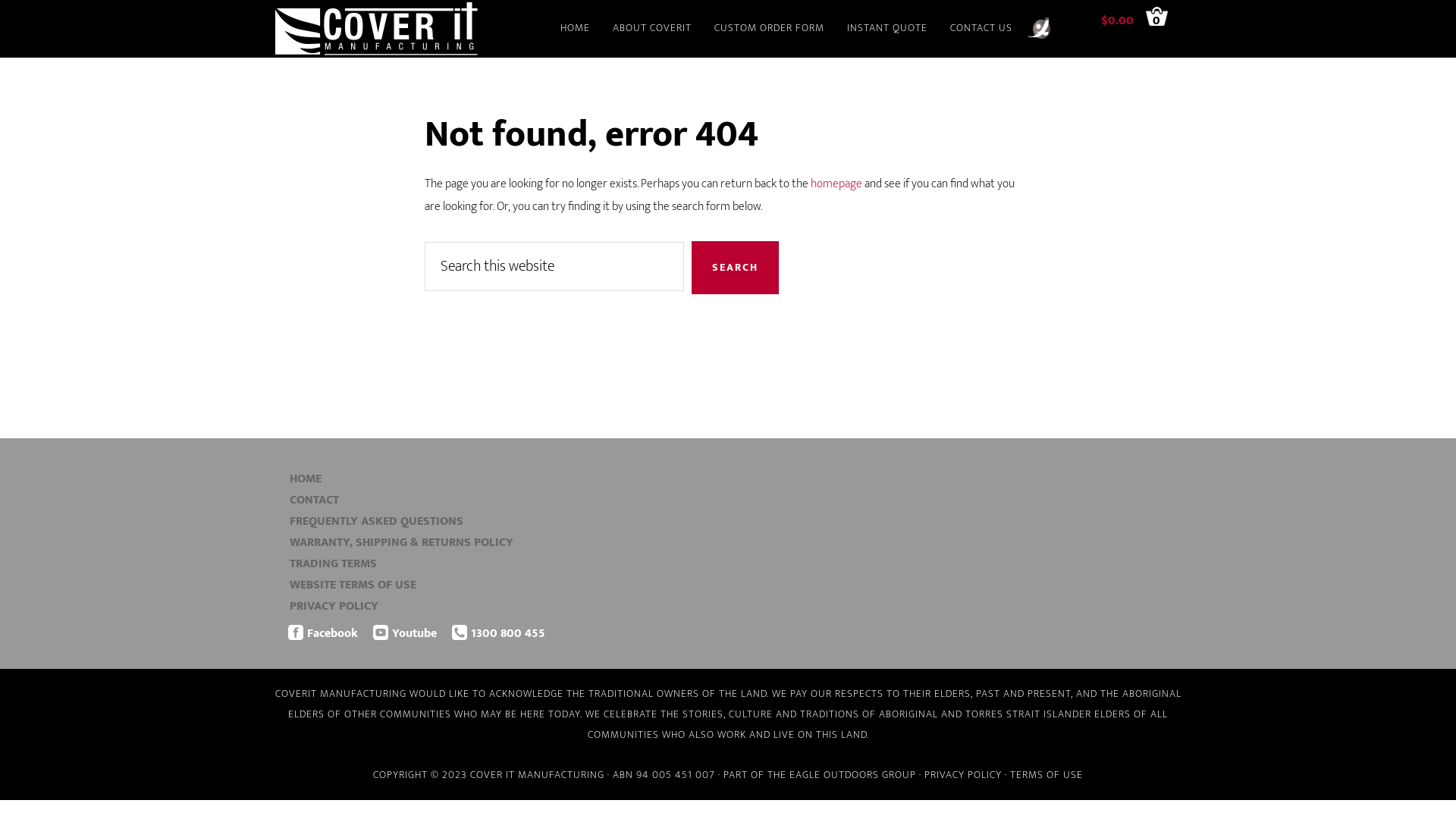  What do you see at coordinates (0, 0) in the screenshot?
I see `'Skip to main content'` at bounding box center [0, 0].